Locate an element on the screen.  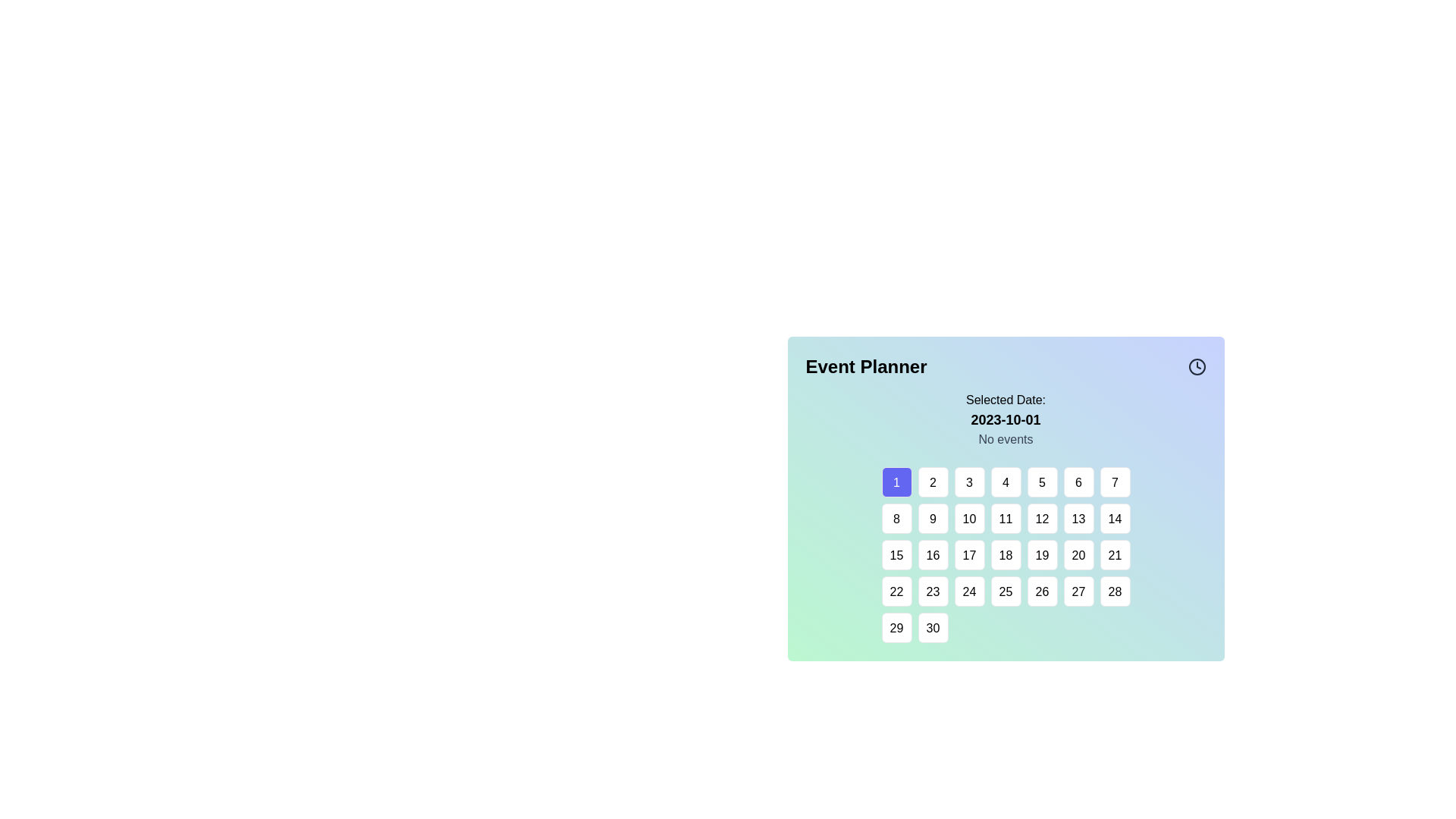
the button representing the 27th day in the calendar view is located at coordinates (1078, 590).